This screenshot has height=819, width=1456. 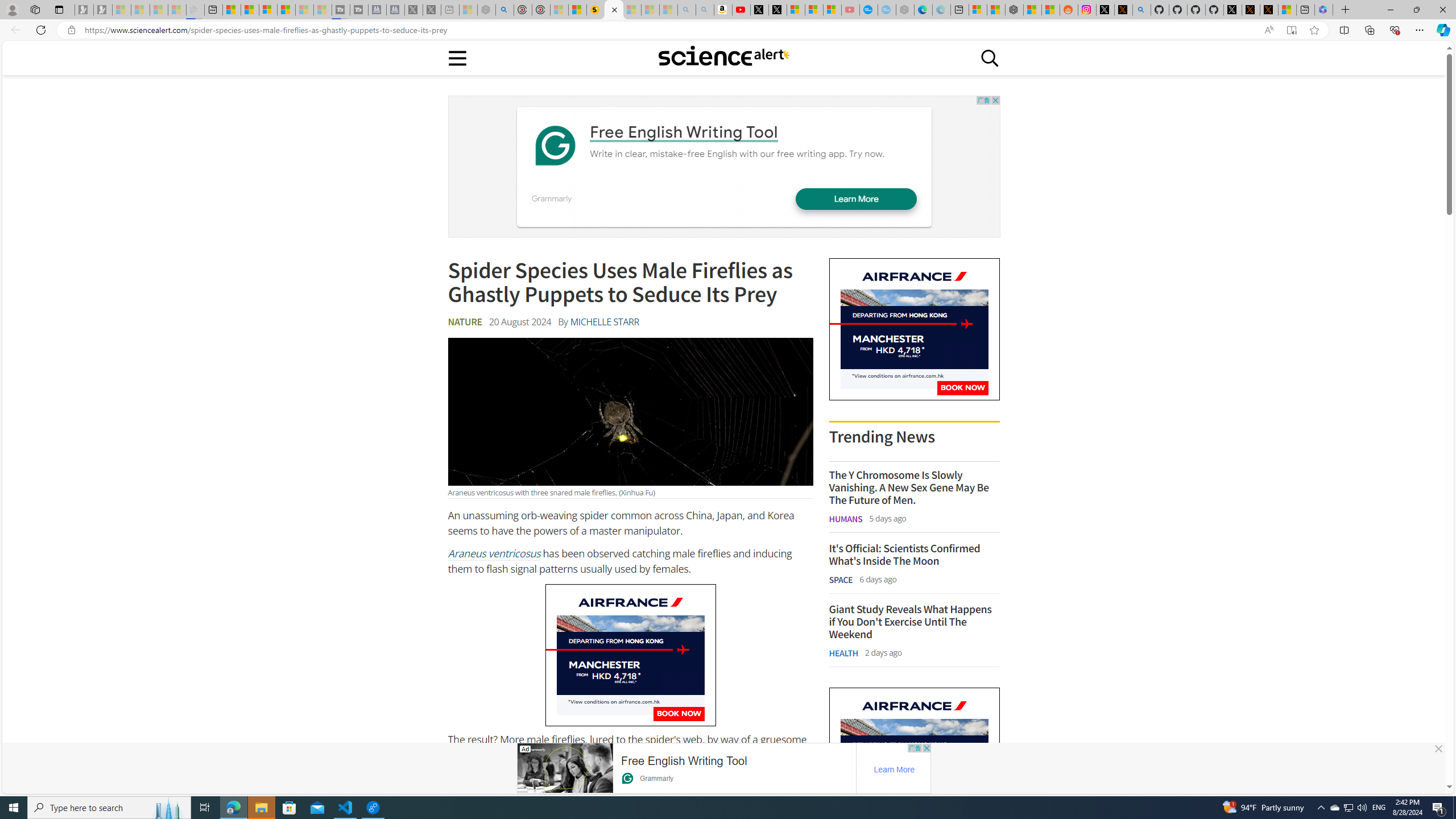 What do you see at coordinates (887, 9) in the screenshot?
I see `'The most popular Google '` at bounding box center [887, 9].